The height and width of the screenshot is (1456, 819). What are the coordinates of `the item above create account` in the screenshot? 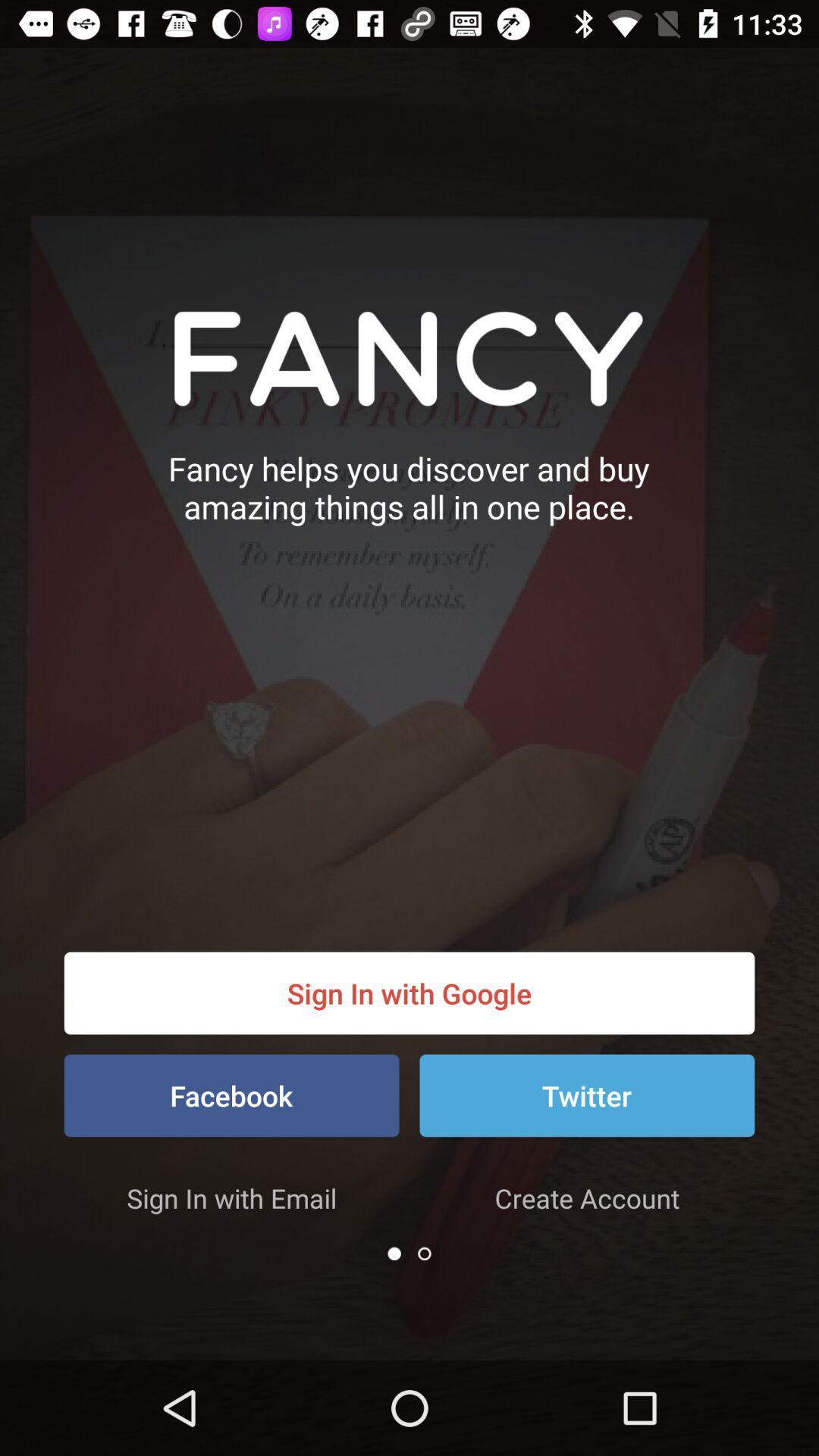 It's located at (586, 1095).